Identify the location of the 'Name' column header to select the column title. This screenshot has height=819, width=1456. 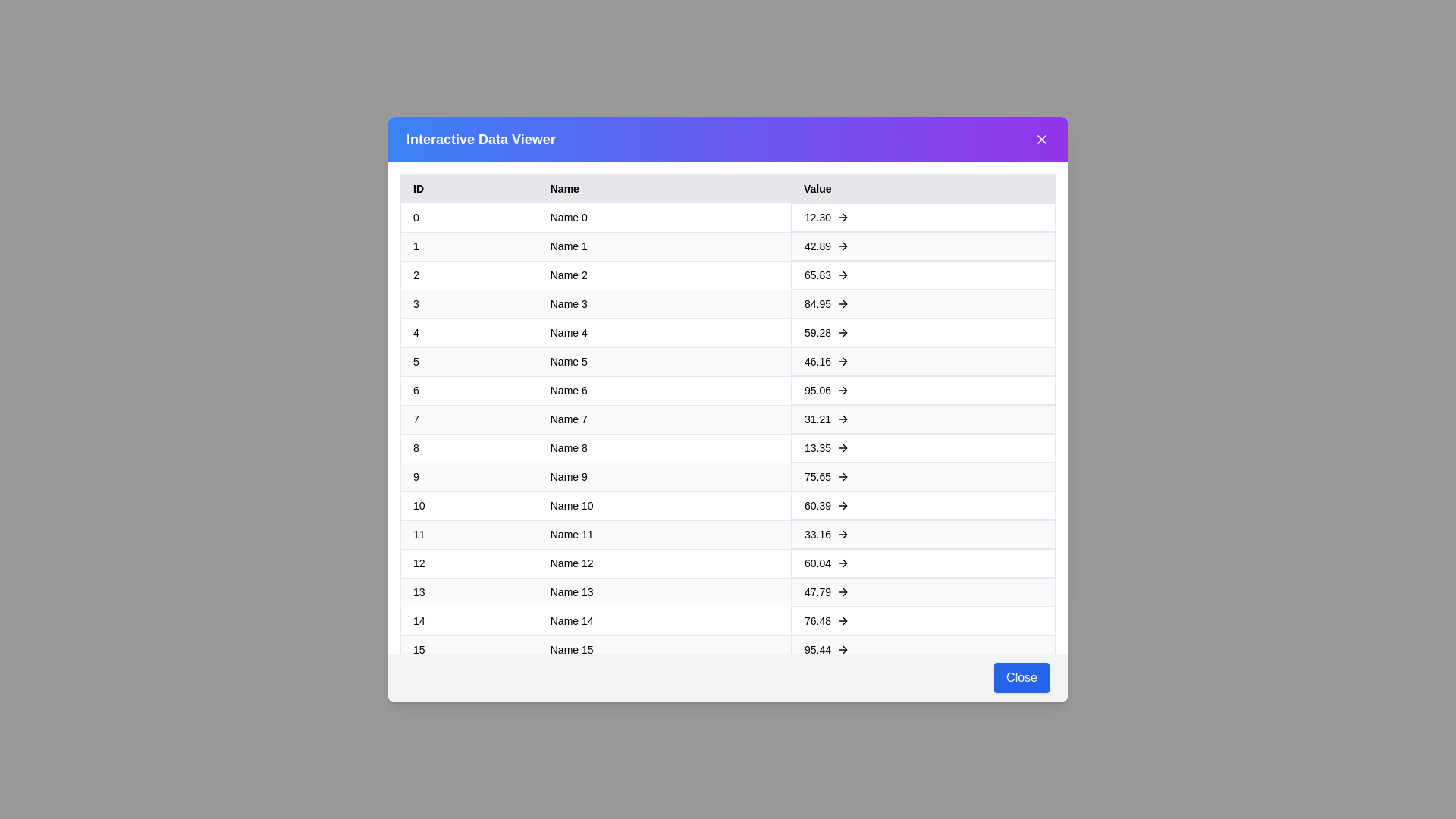
(664, 188).